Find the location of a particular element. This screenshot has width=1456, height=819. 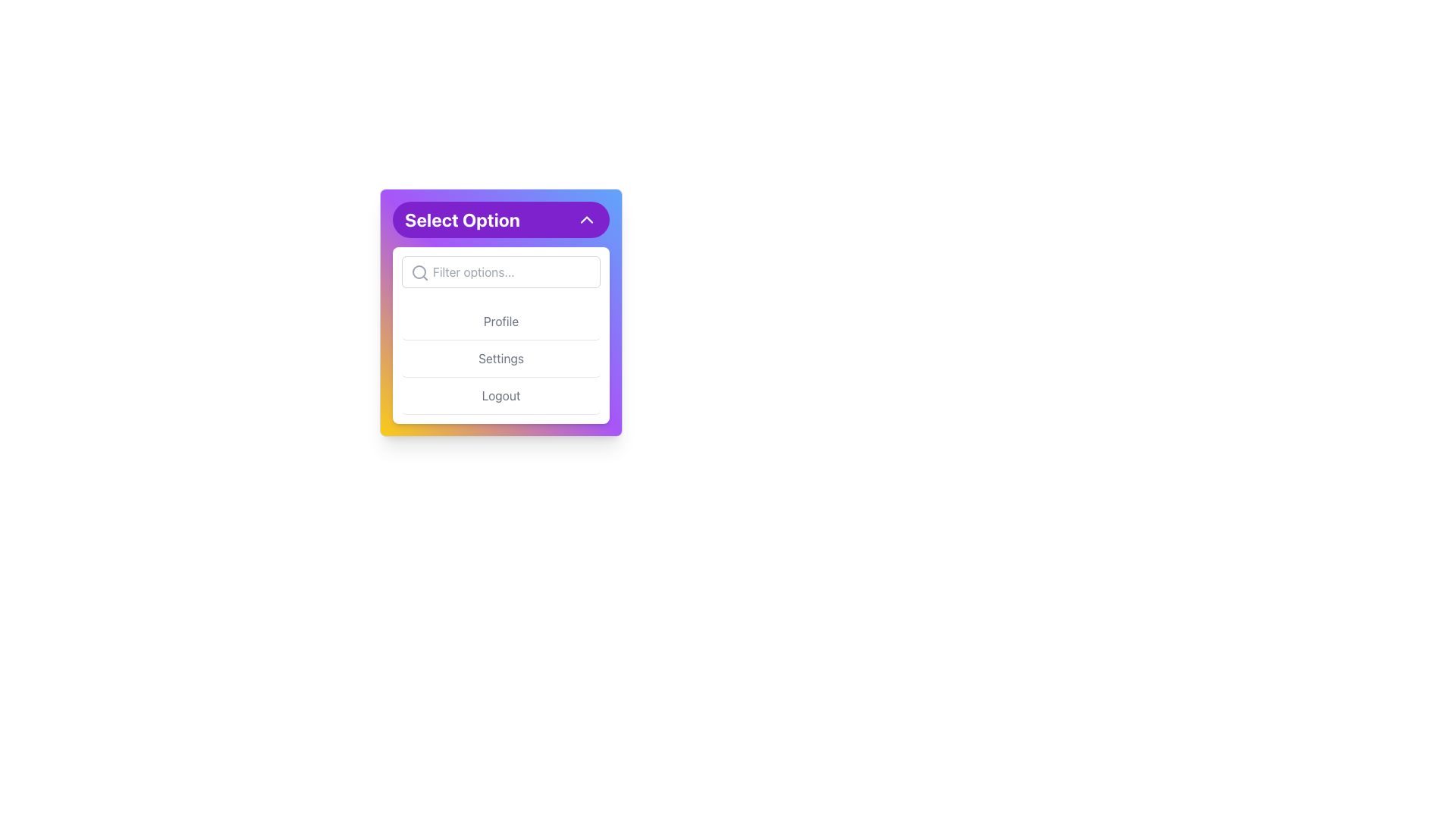

the button with a purple rectangular background and white text that reads 'Select Option' to trigger hover effects is located at coordinates (501, 219).